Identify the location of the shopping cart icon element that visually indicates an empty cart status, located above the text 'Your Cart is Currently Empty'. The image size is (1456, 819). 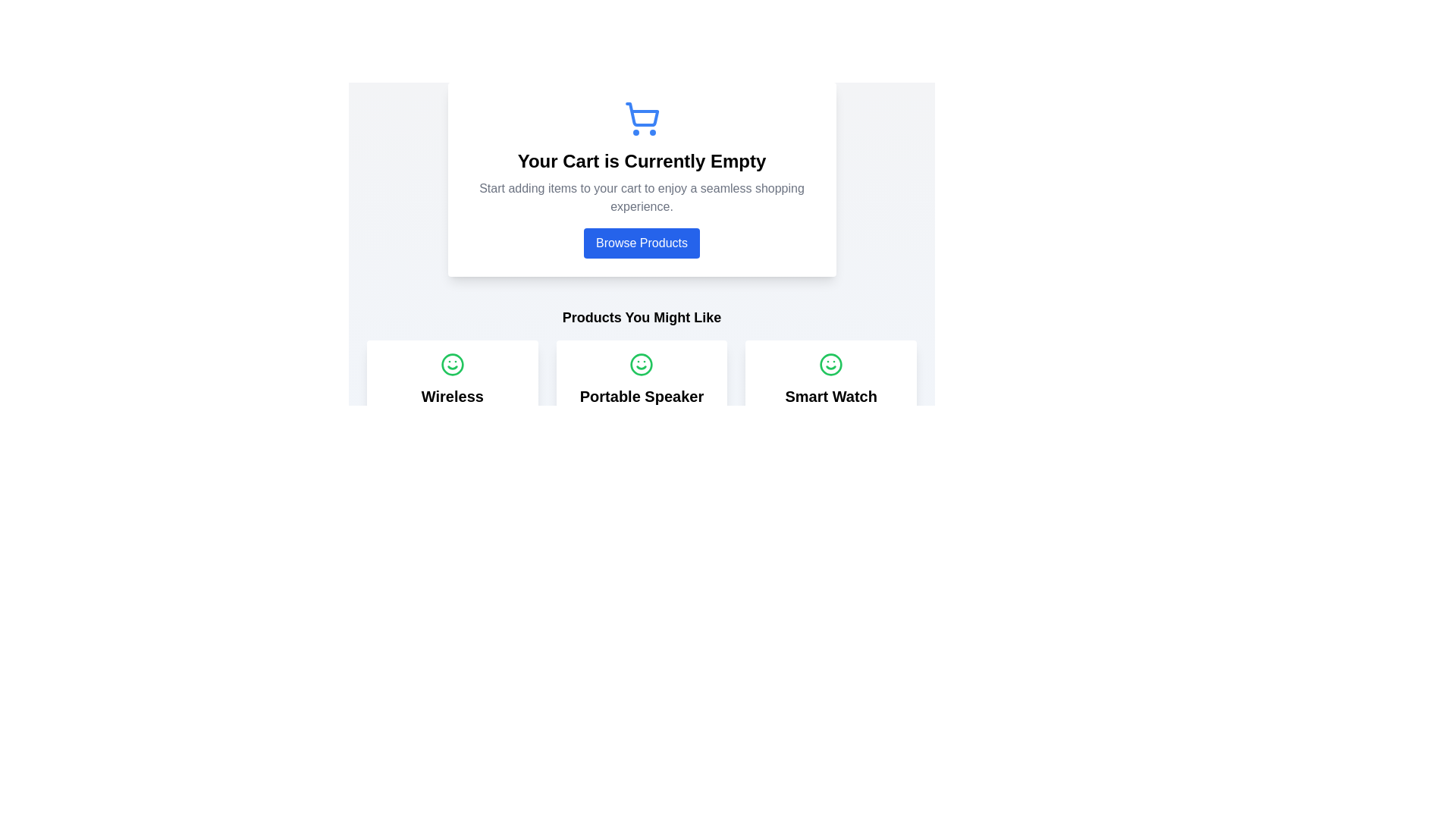
(642, 114).